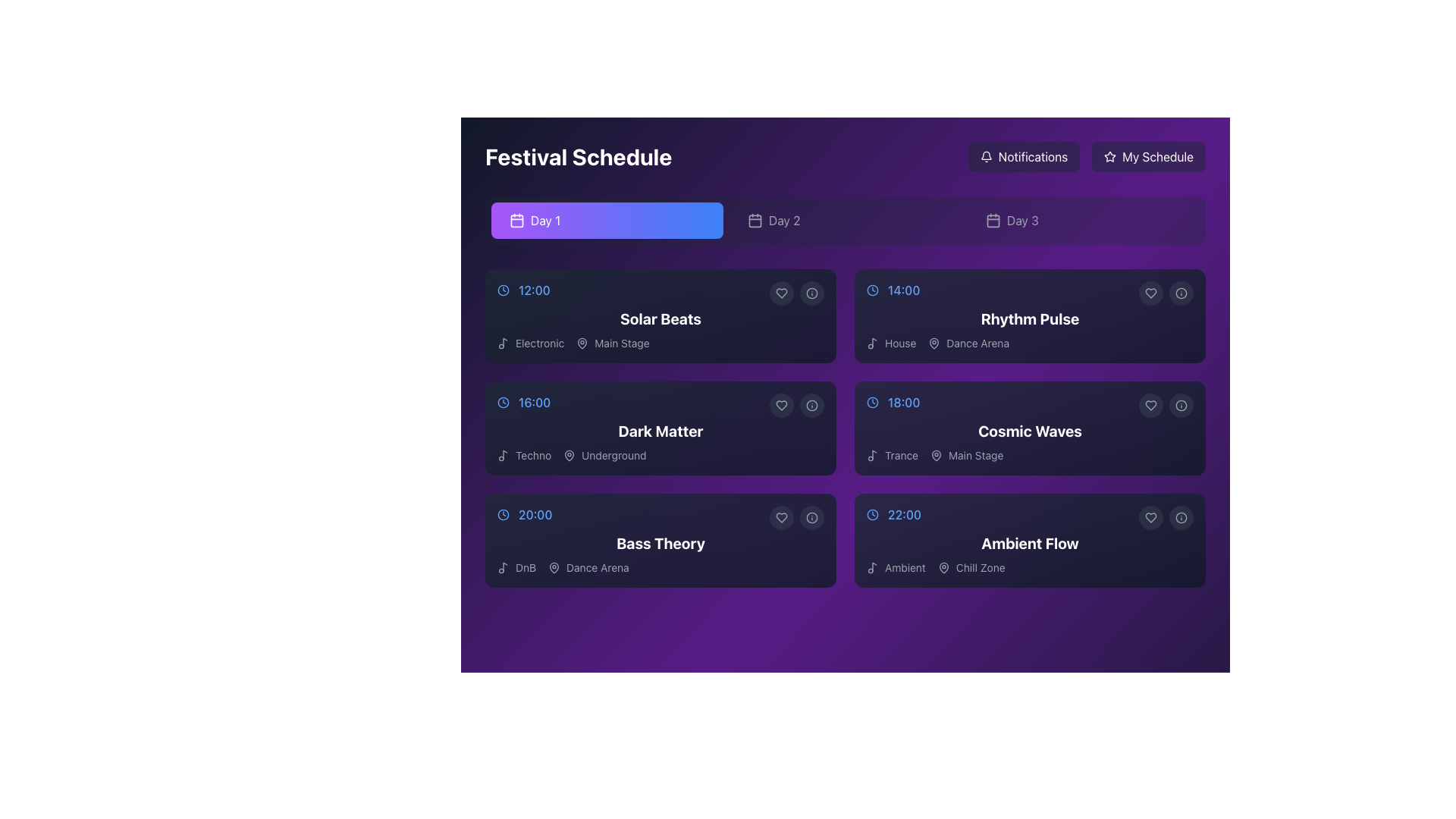  Describe the element at coordinates (661, 431) in the screenshot. I see `the text label indicating the event titled 'Dark Matter', which is located below the '16:00' timestamp and above the texts 'Techno' and 'Underground'` at that location.